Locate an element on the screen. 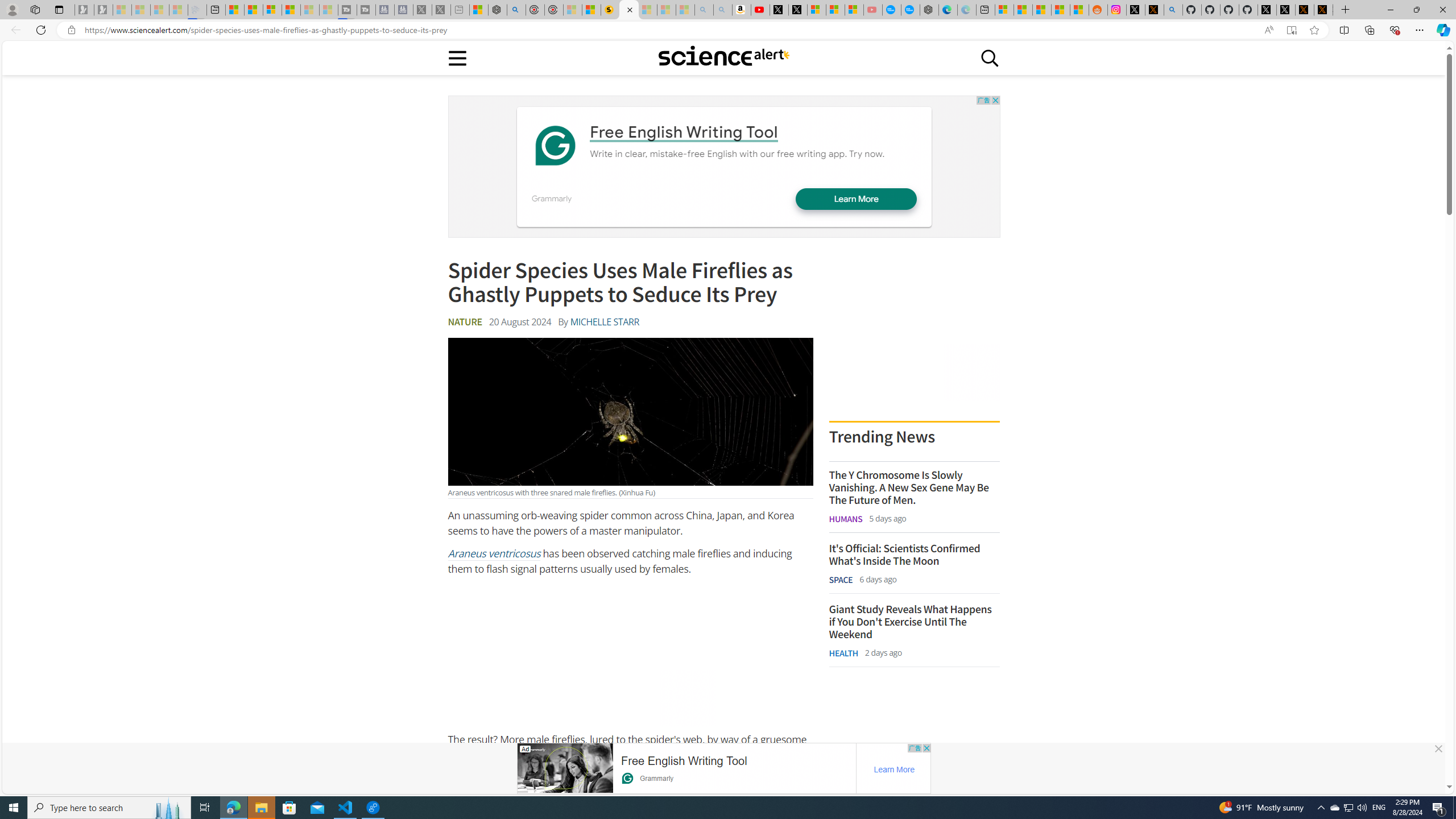 Image resolution: width=1456 pixels, height=819 pixels. 'Amazon Echo Dot PNG - Search Images - Sleeping' is located at coordinates (723, 9).